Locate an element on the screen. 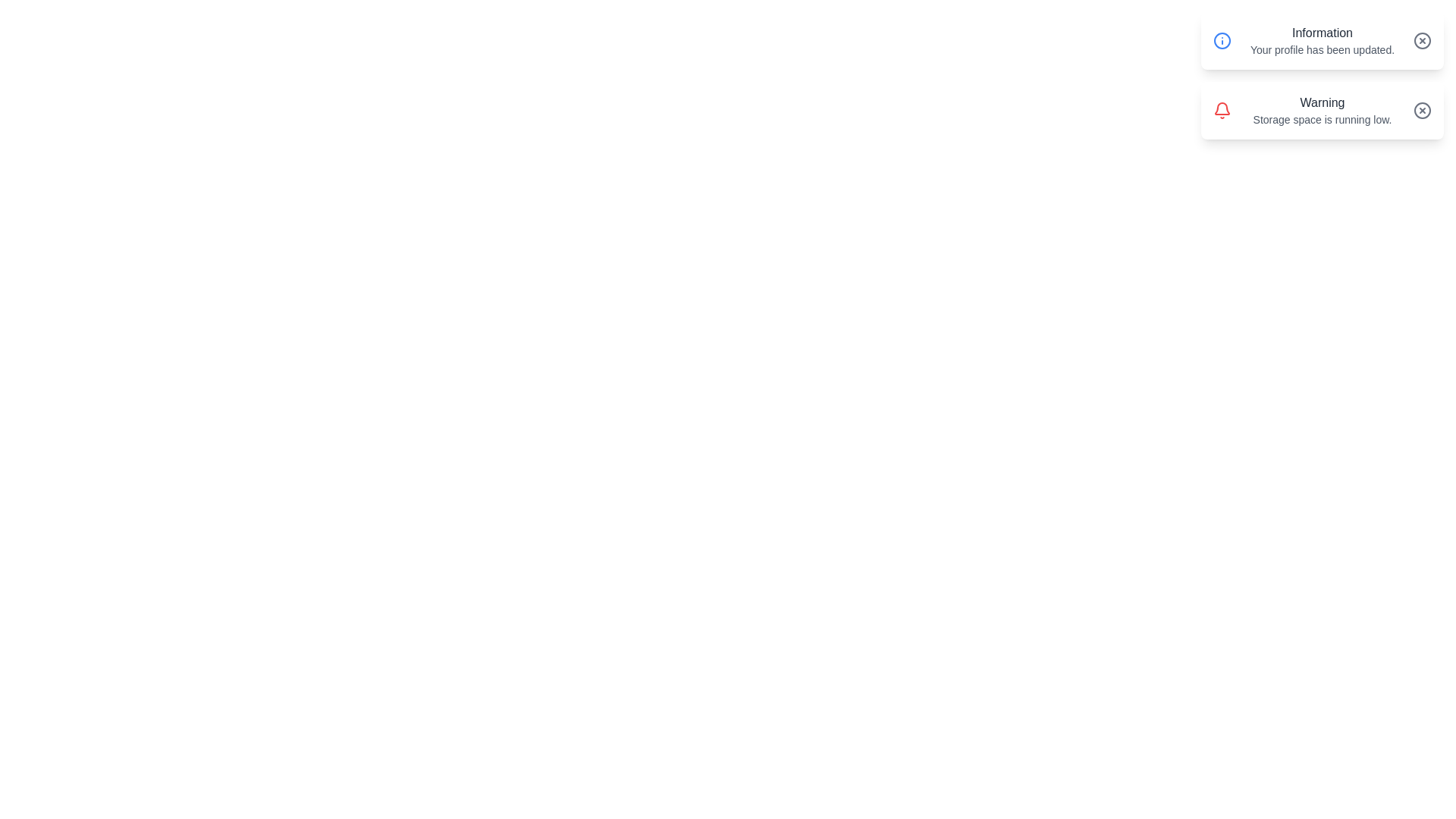  the 'Information' text label, which is prominently displayed at the top of the notification box is located at coordinates (1321, 33).